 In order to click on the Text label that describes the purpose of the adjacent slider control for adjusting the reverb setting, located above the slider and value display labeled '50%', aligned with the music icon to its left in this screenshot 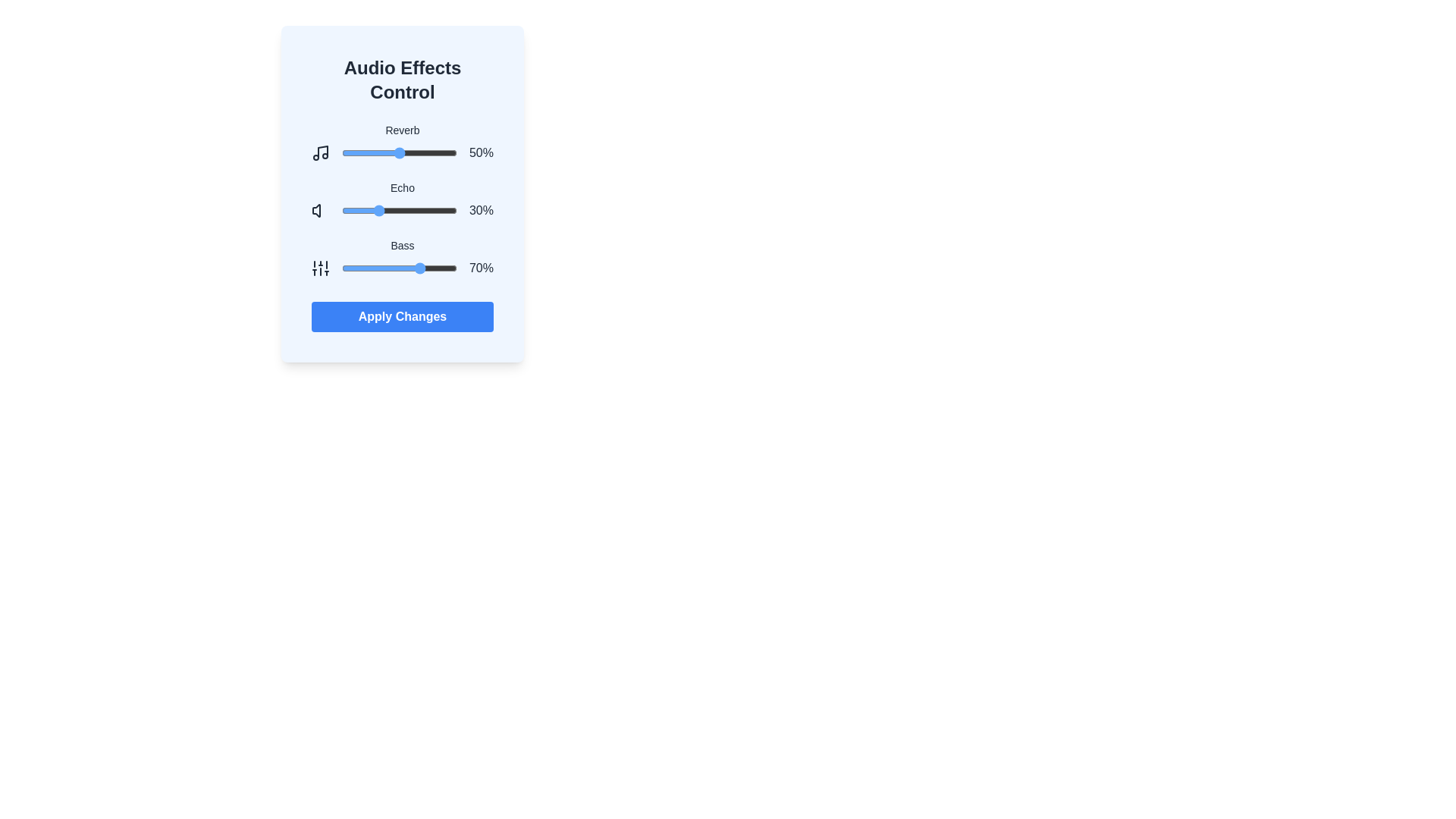, I will do `click(403, 130)`.